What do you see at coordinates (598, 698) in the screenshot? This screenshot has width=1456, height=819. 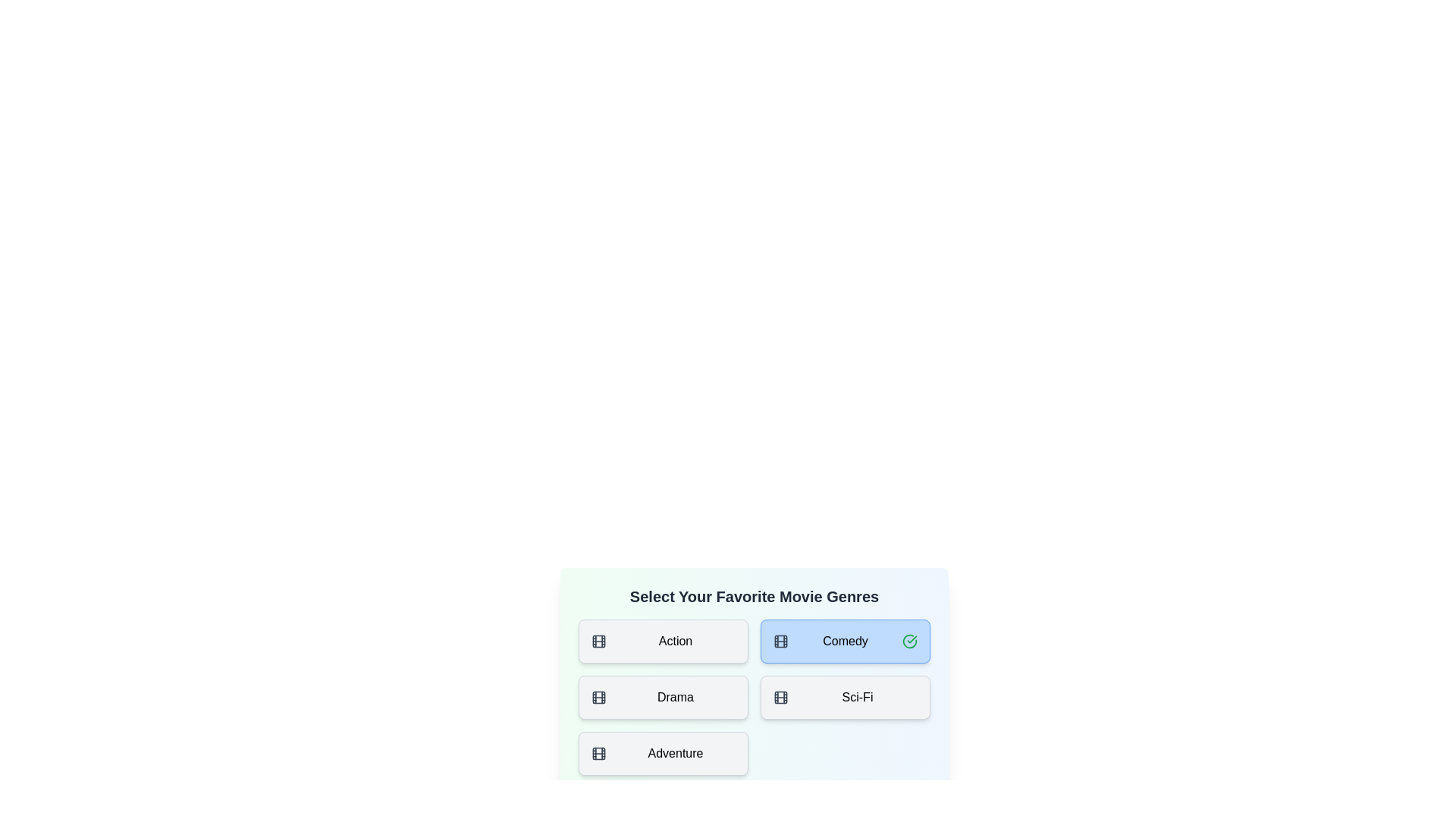 I see `the icon for the genre Drama` at bounding box center [598, 698].